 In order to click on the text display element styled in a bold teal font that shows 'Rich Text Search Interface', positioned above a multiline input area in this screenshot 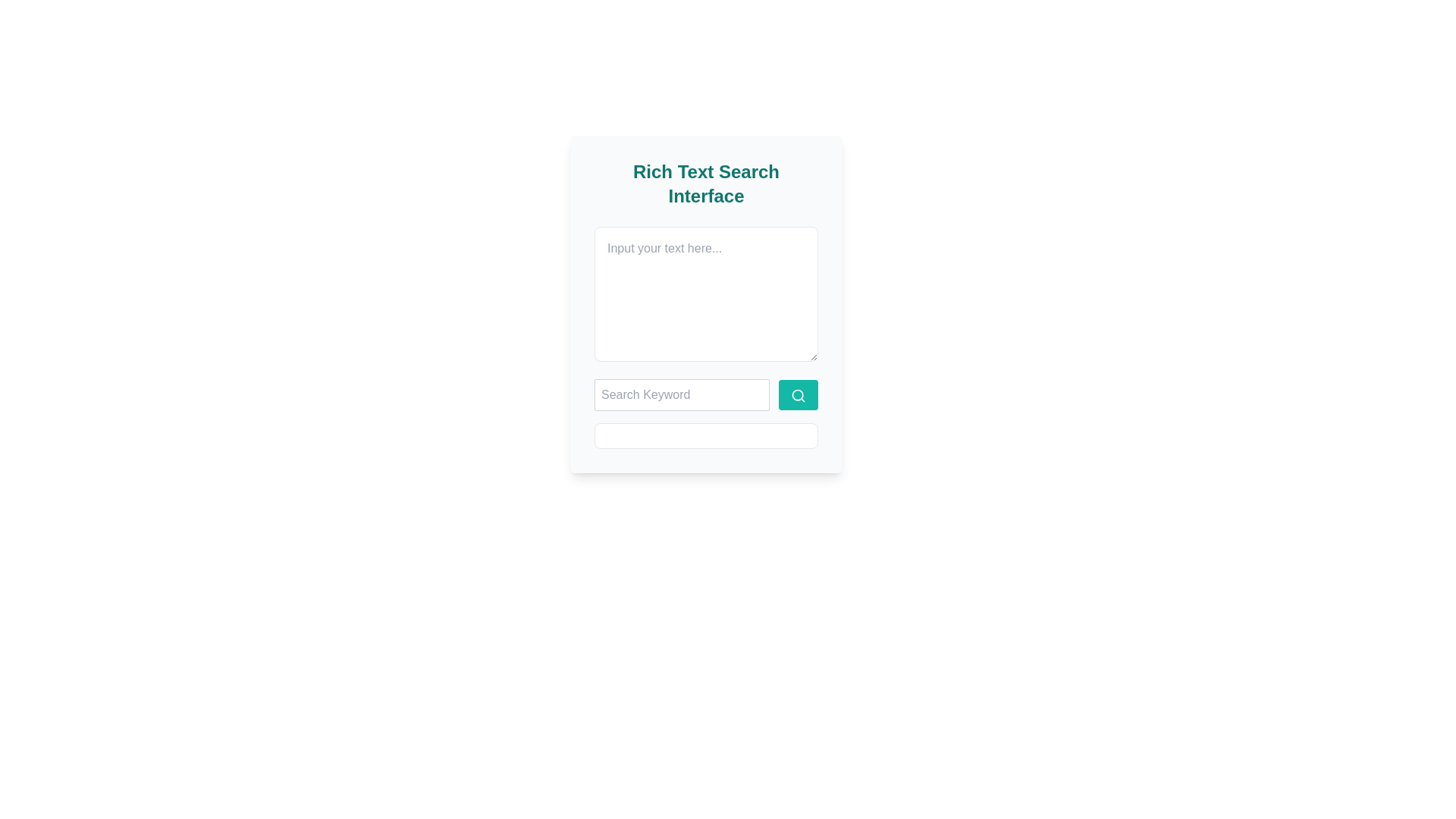, I will do `click(705, 184)`.